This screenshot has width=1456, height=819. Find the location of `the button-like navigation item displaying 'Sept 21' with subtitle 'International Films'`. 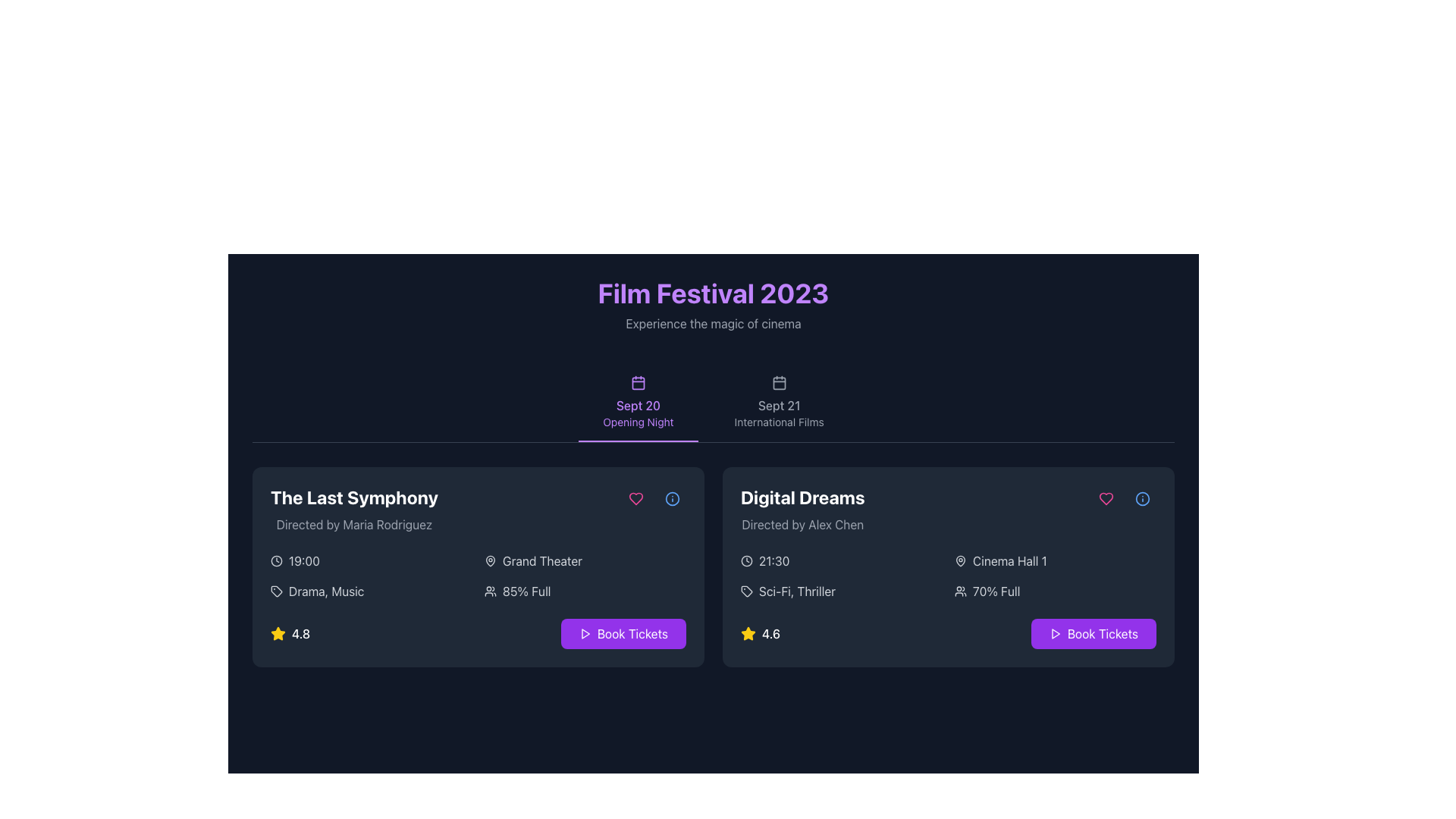

the button-like navigation item displaying 'Sept 21' with subtitle 'International Films' is located at coordinates (779, 402).